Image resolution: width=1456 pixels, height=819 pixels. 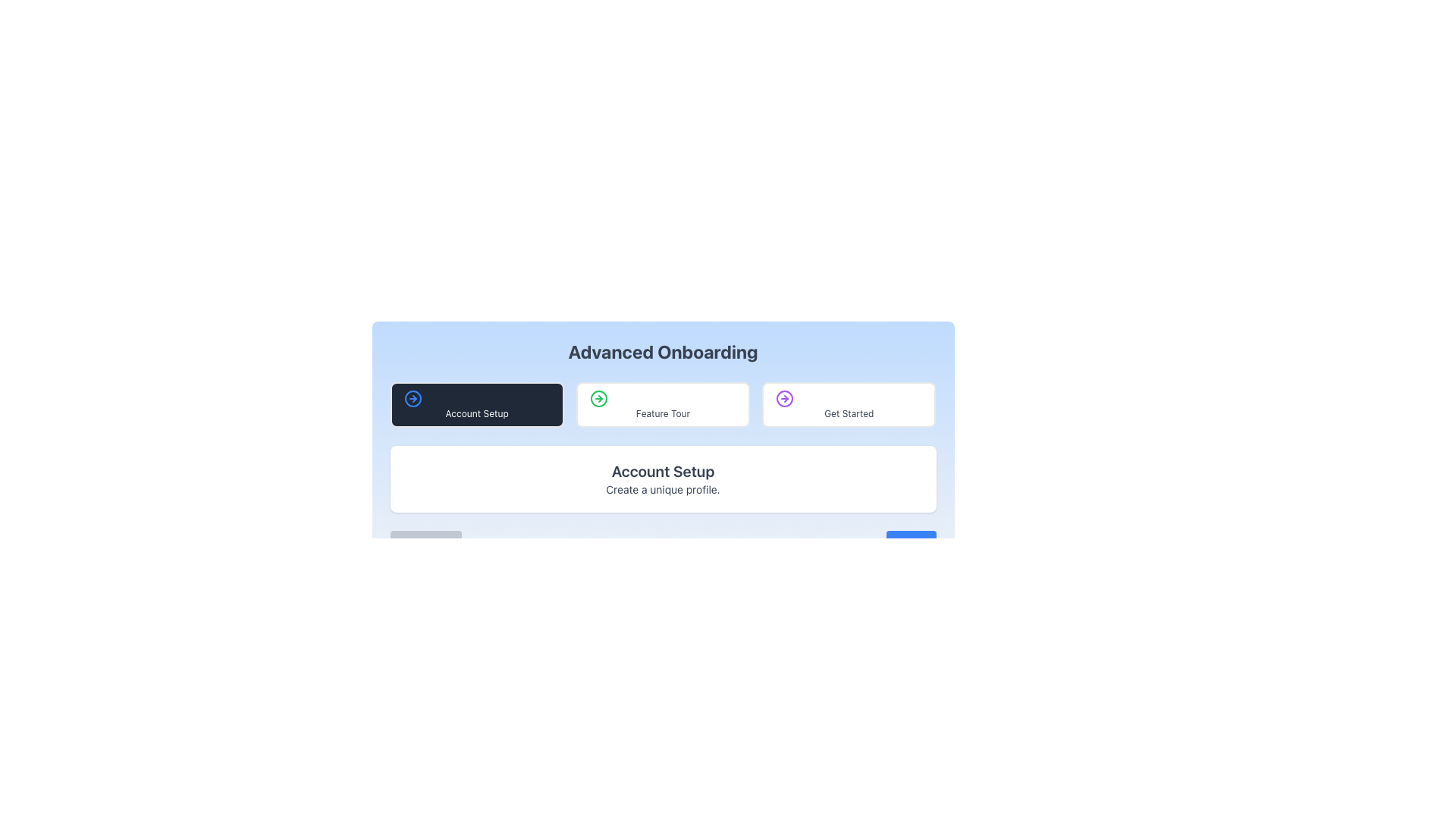 I want to click on the green SVG Circle element that is part of the rightward-pointing arrow icon, located to the left of the 'Feature Tour' text, so click(x=598, y=397).